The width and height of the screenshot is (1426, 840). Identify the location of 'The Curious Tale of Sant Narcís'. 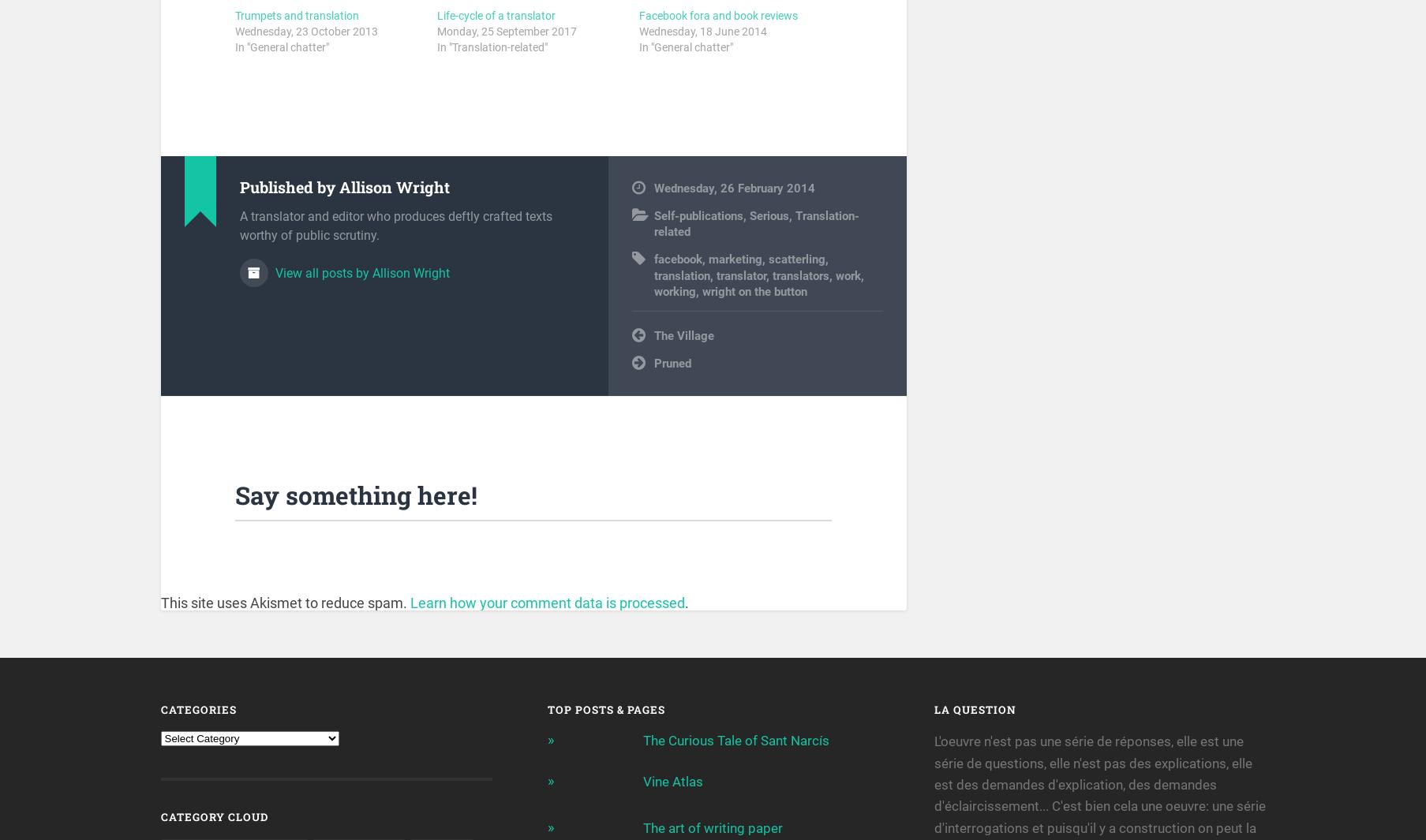
(735, 743).